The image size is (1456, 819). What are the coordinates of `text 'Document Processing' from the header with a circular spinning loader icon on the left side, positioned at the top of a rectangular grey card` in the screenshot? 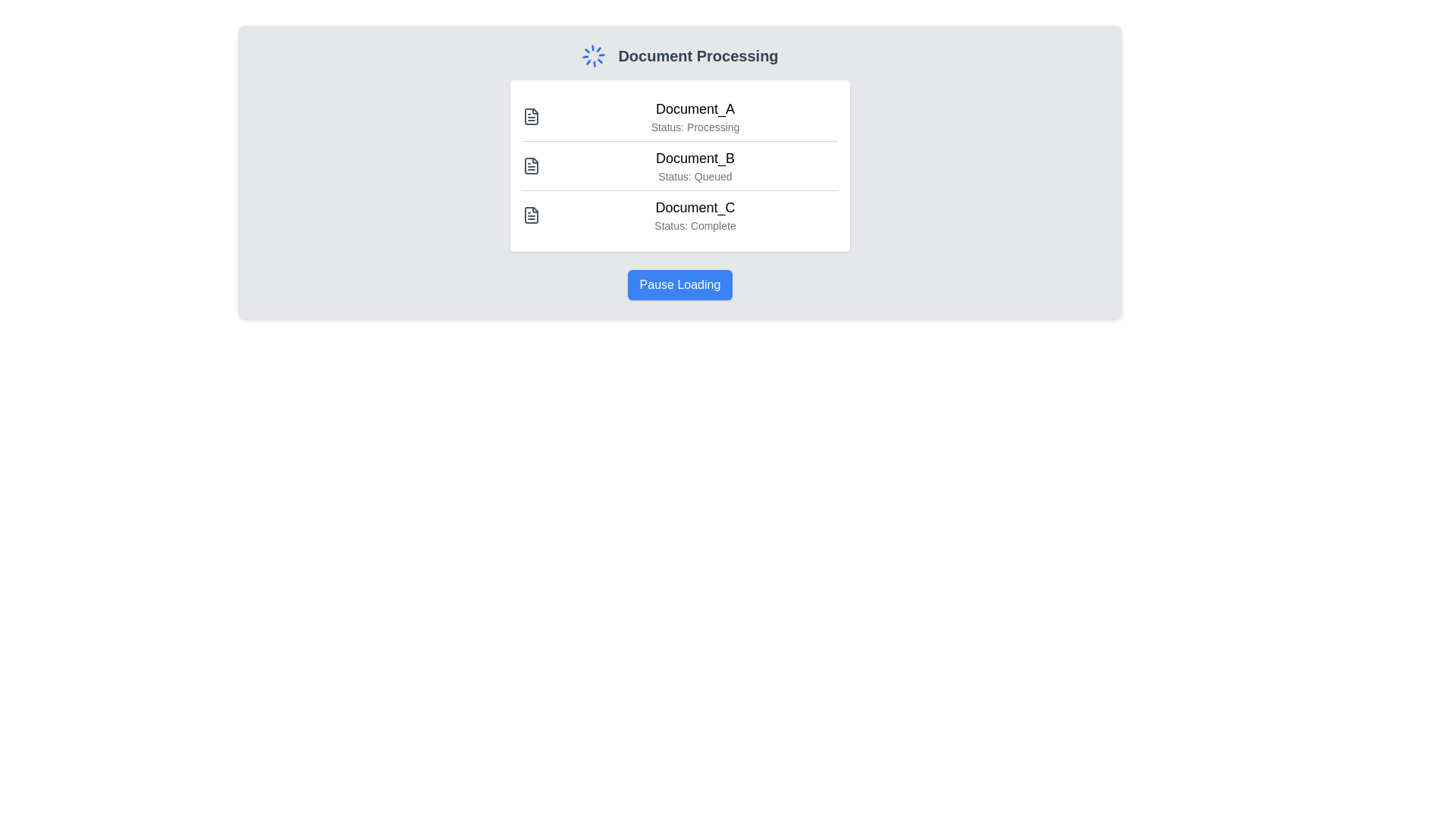 It's located at (679, 55).